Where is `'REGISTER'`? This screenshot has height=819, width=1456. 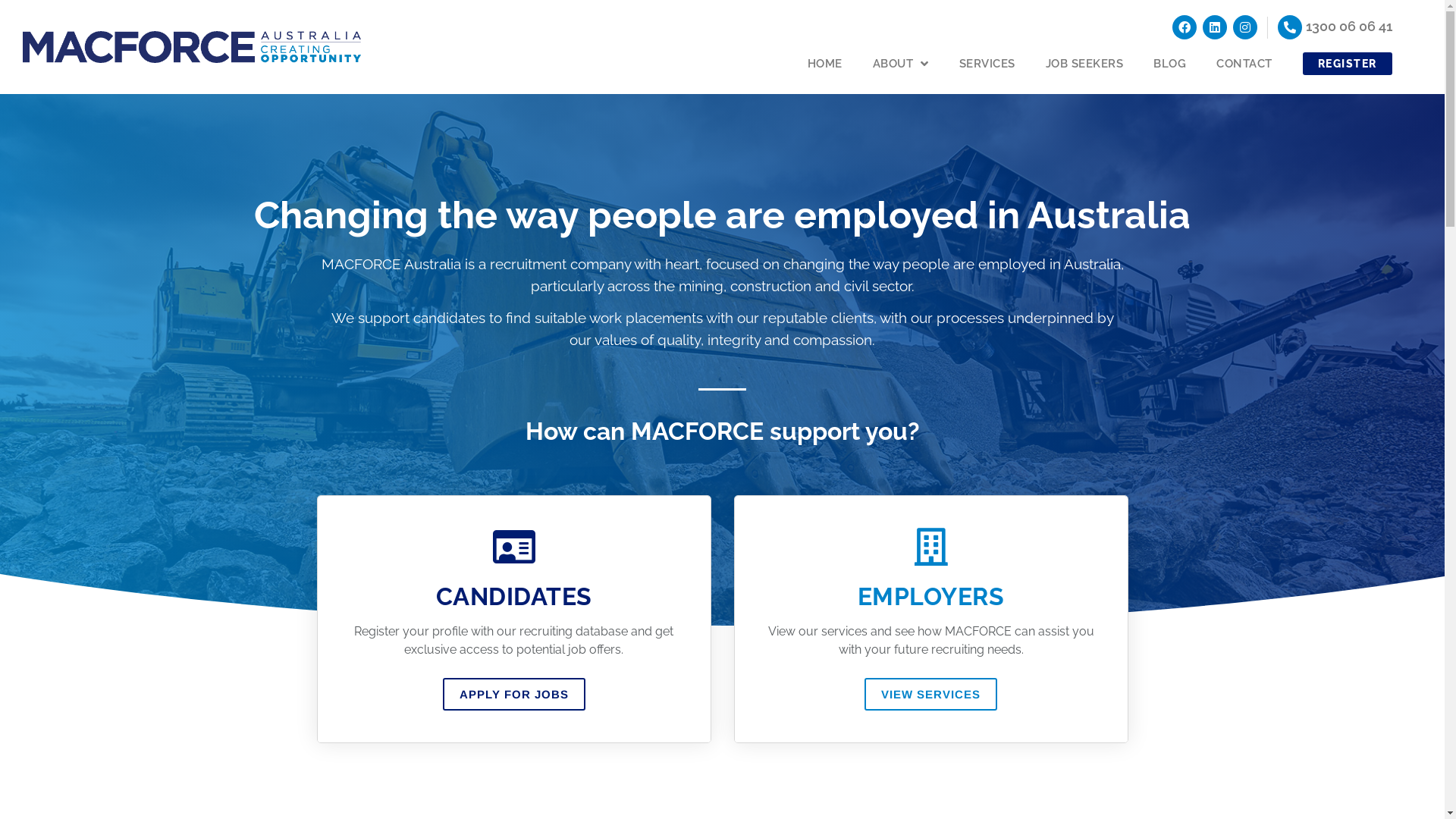
'REGISTER' is located at coordinates (1347, 63).